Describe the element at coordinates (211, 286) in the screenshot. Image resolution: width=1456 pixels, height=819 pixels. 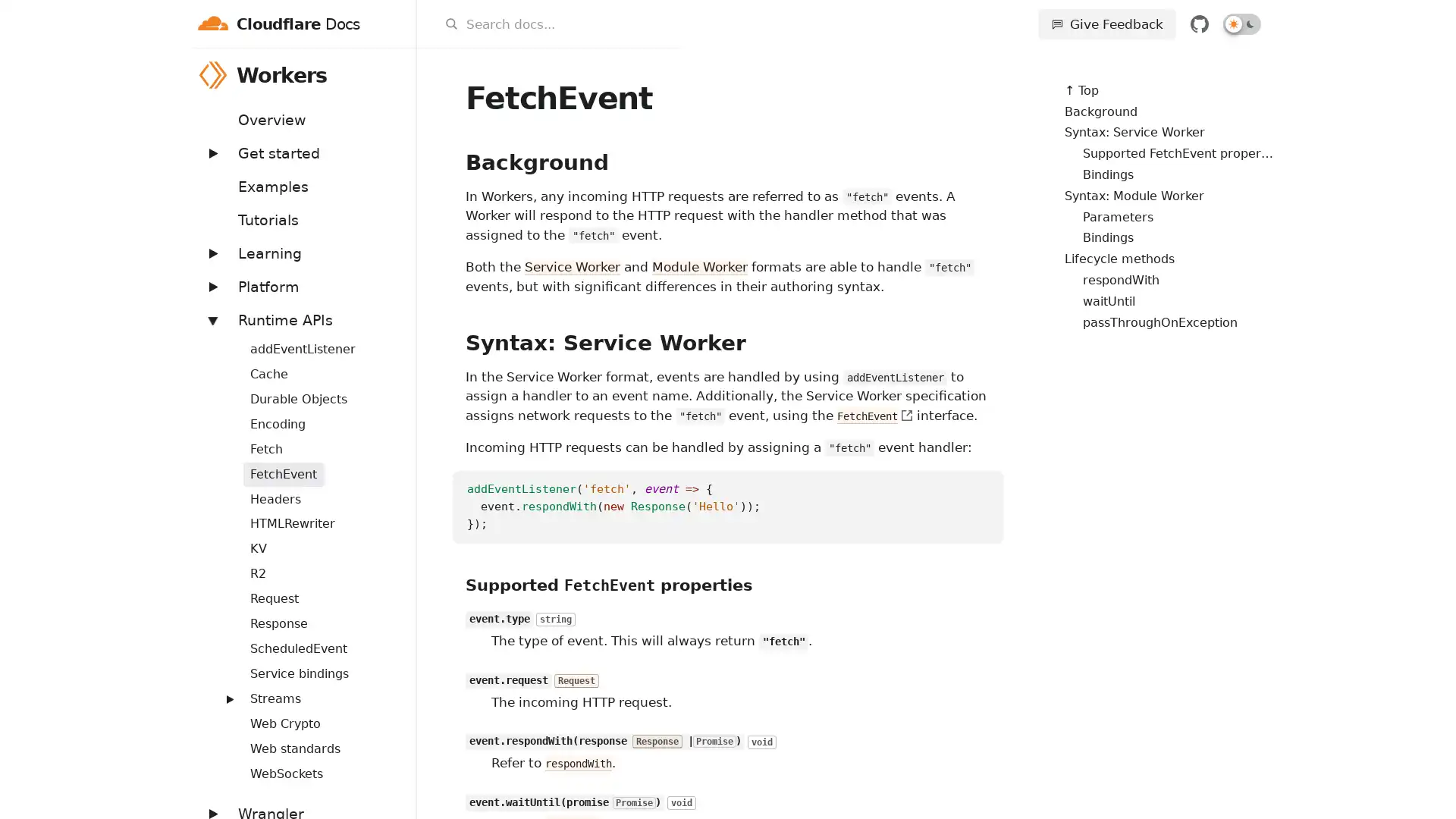
I see `Expand: Platform` at that location.